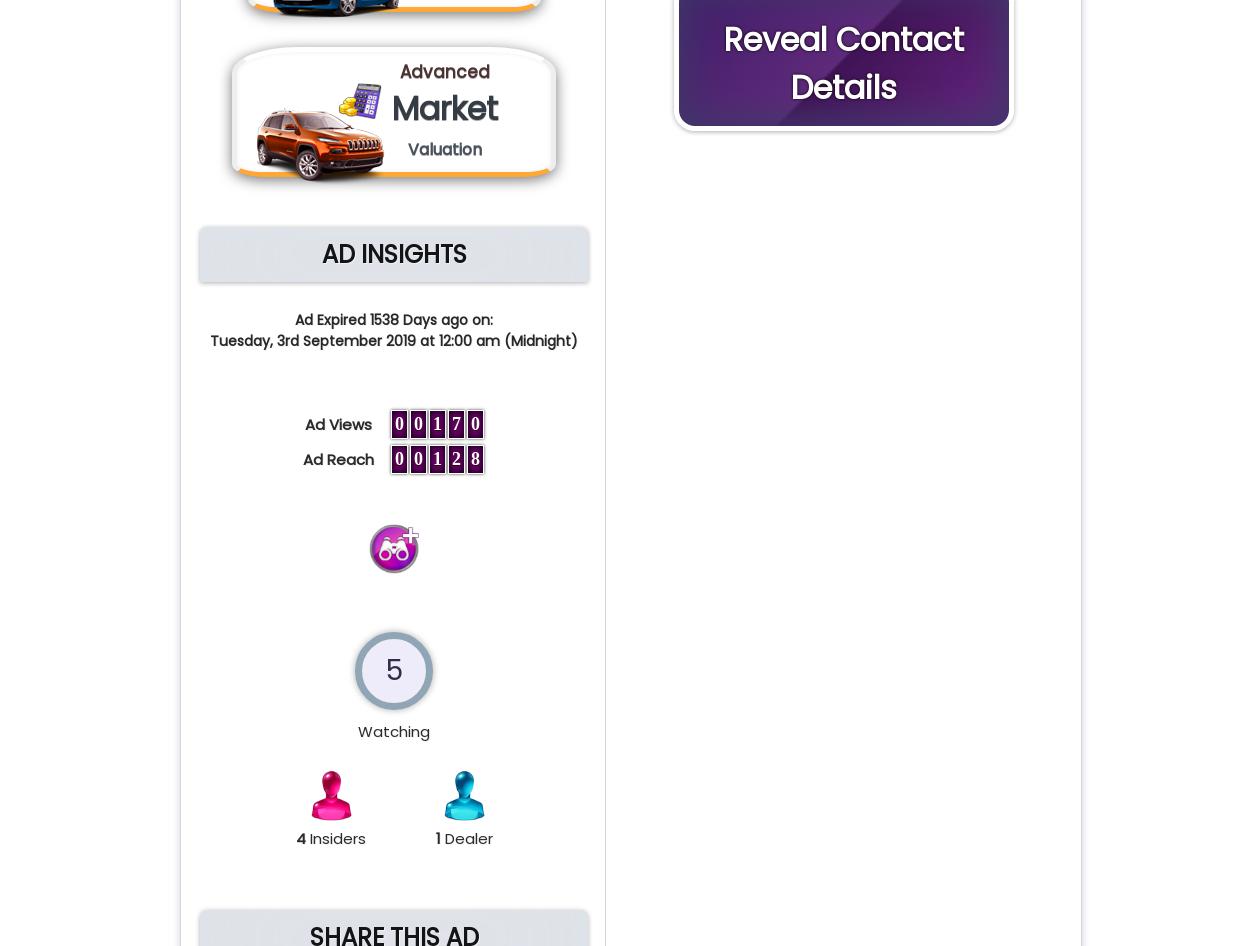  What do you see at coordinates (343, 423) in the screenshot?
I see `'Ad Views'` at bounding box center [343, 423].